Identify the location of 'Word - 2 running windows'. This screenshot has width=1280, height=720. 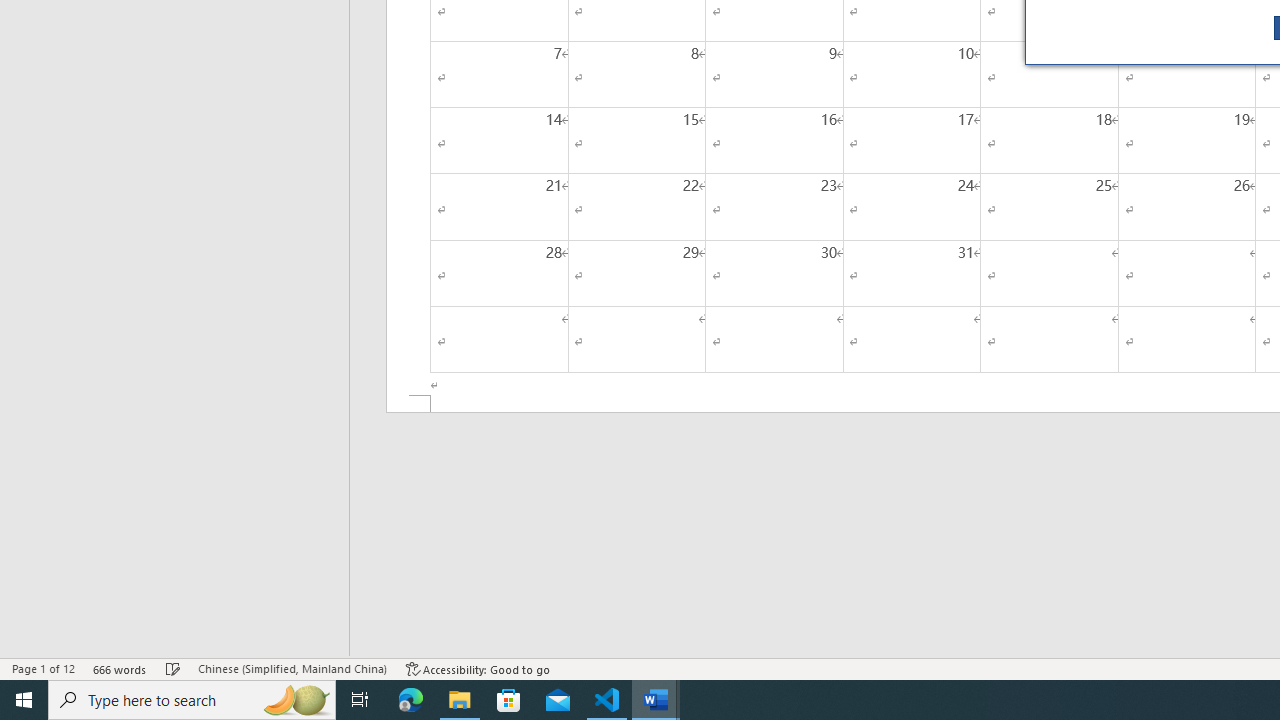
(656, 698).